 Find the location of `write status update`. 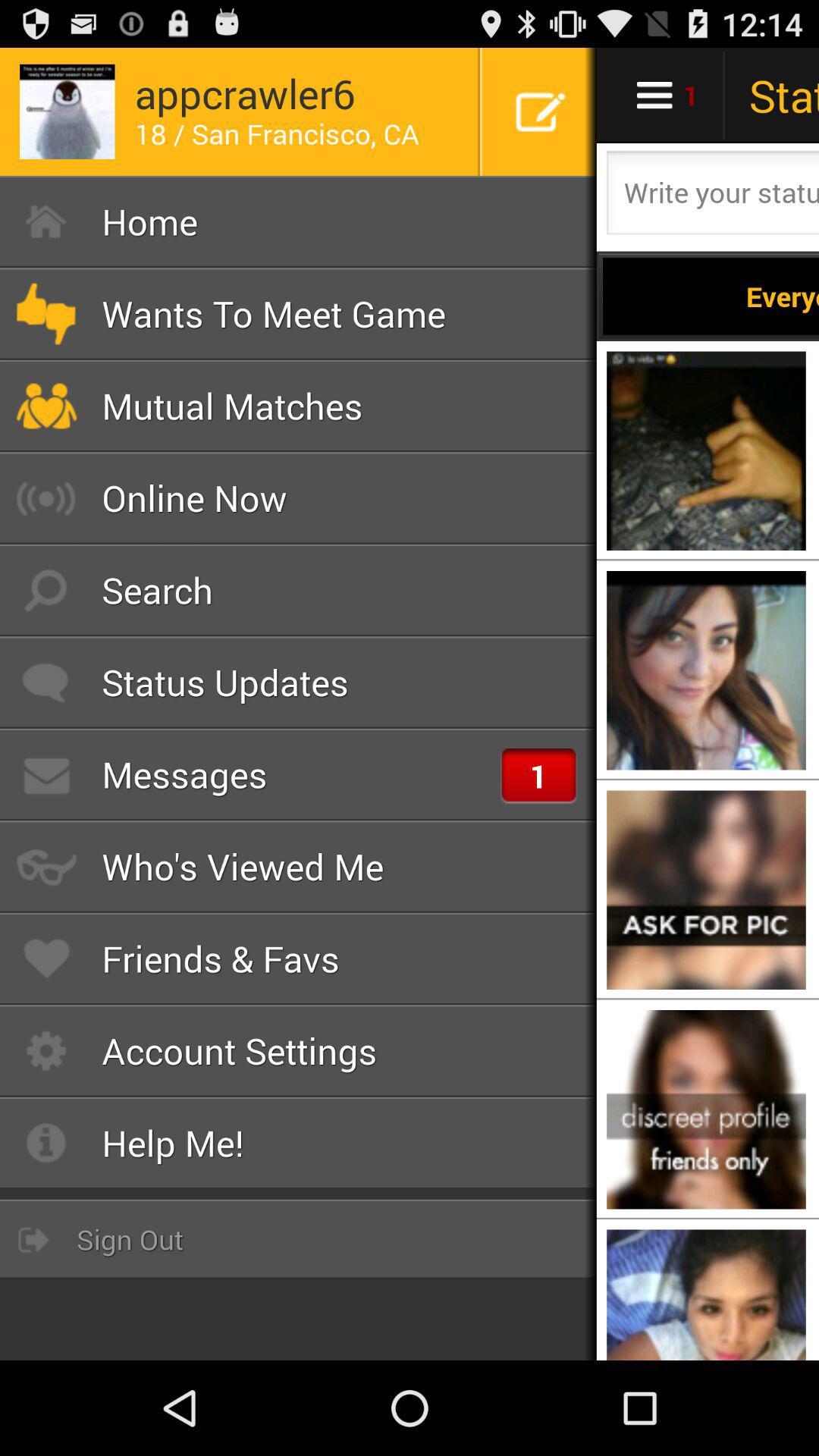

write status update is located at coordinates (711, 196).